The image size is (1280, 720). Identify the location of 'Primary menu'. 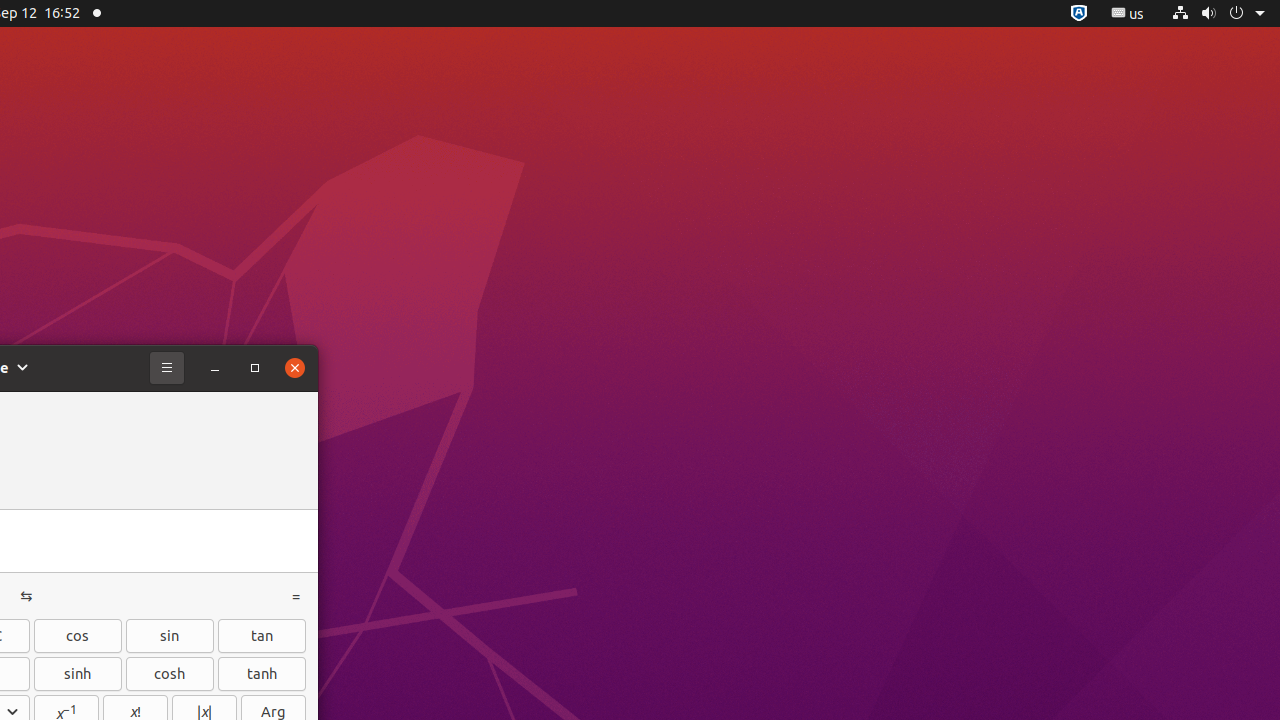
(167, 367).